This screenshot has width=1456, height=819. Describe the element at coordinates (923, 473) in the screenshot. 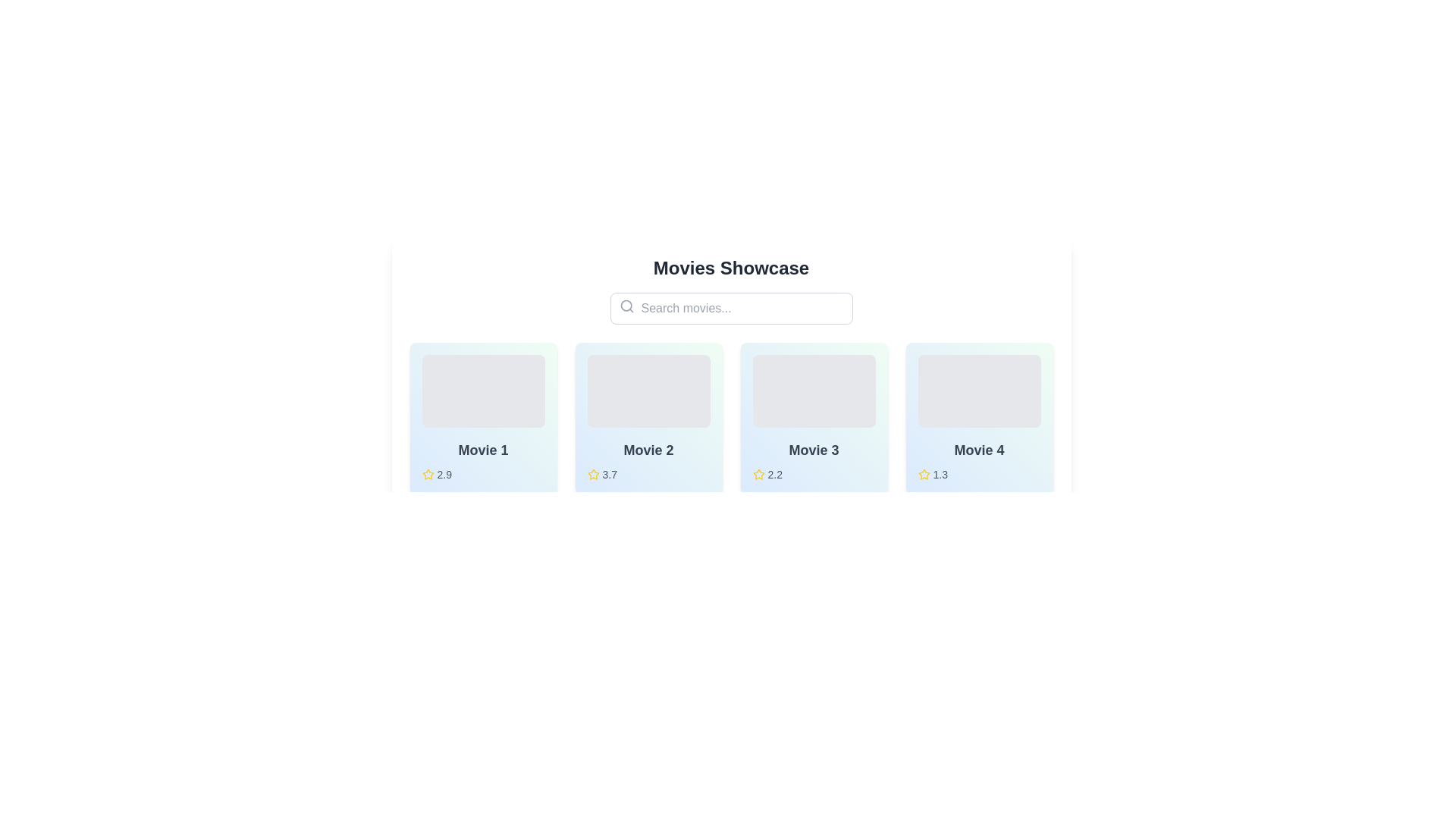

I see `the rating icon located to the left of the text '1.3' in the rating section of the 'Movie 4' card` at that location.